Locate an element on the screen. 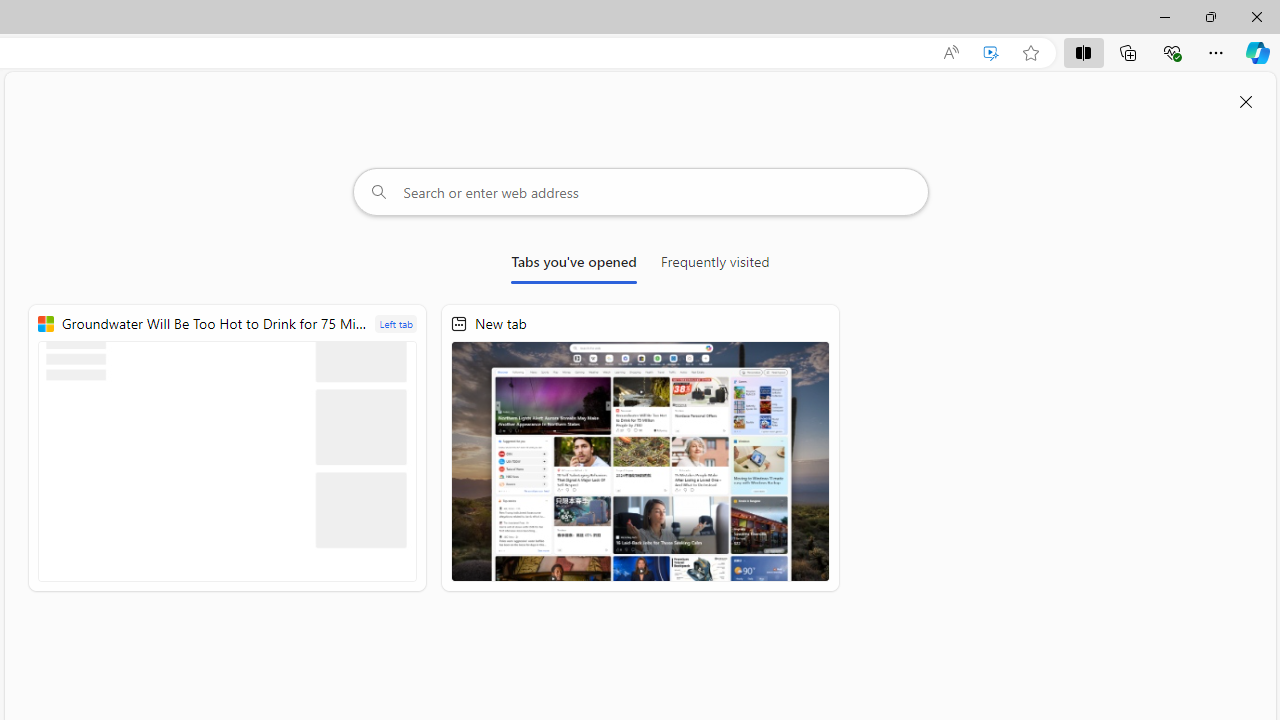 The height and width of the screenshot is (720, 1280). 'Enhance video' is located at coordinates (991, 52).